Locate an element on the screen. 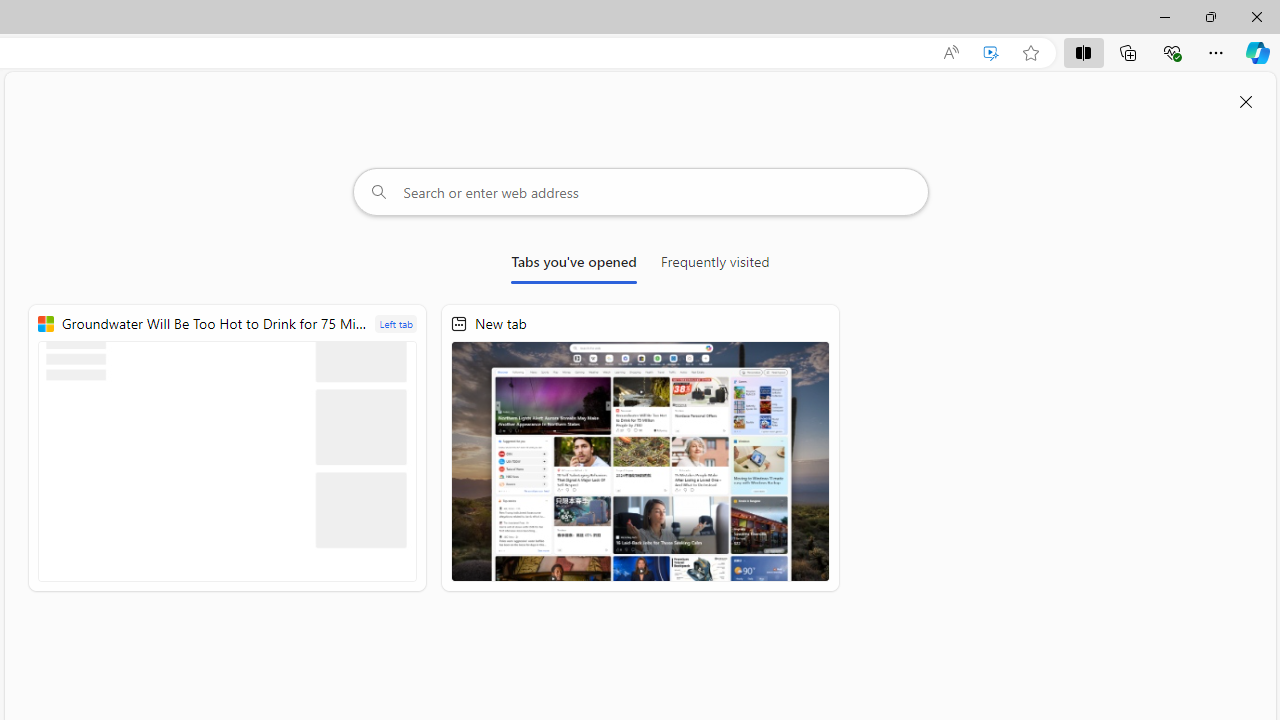 The height and width of the screenshot is (720, 1280). 'Enhance video' is located at coordinates (991, 52).